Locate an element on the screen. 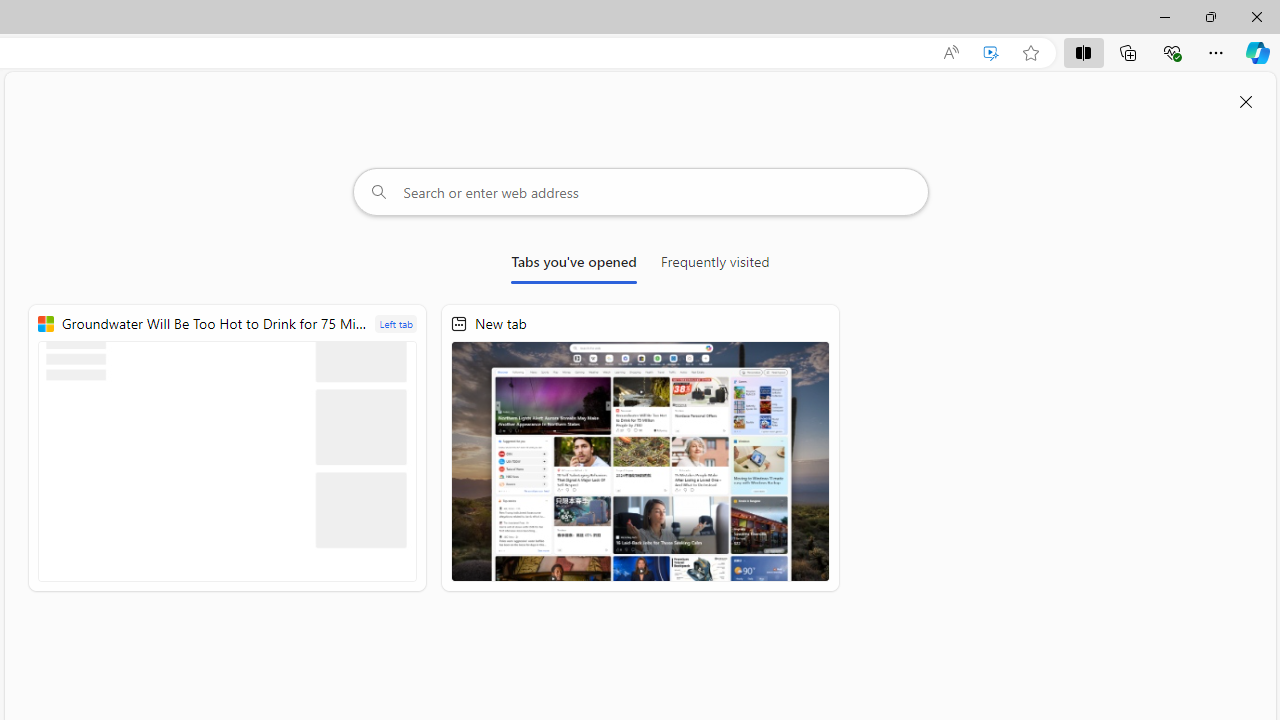 The height and width of the screenshot is (720, 1280). 'Enhance video' is located at coordinates (991, 52).